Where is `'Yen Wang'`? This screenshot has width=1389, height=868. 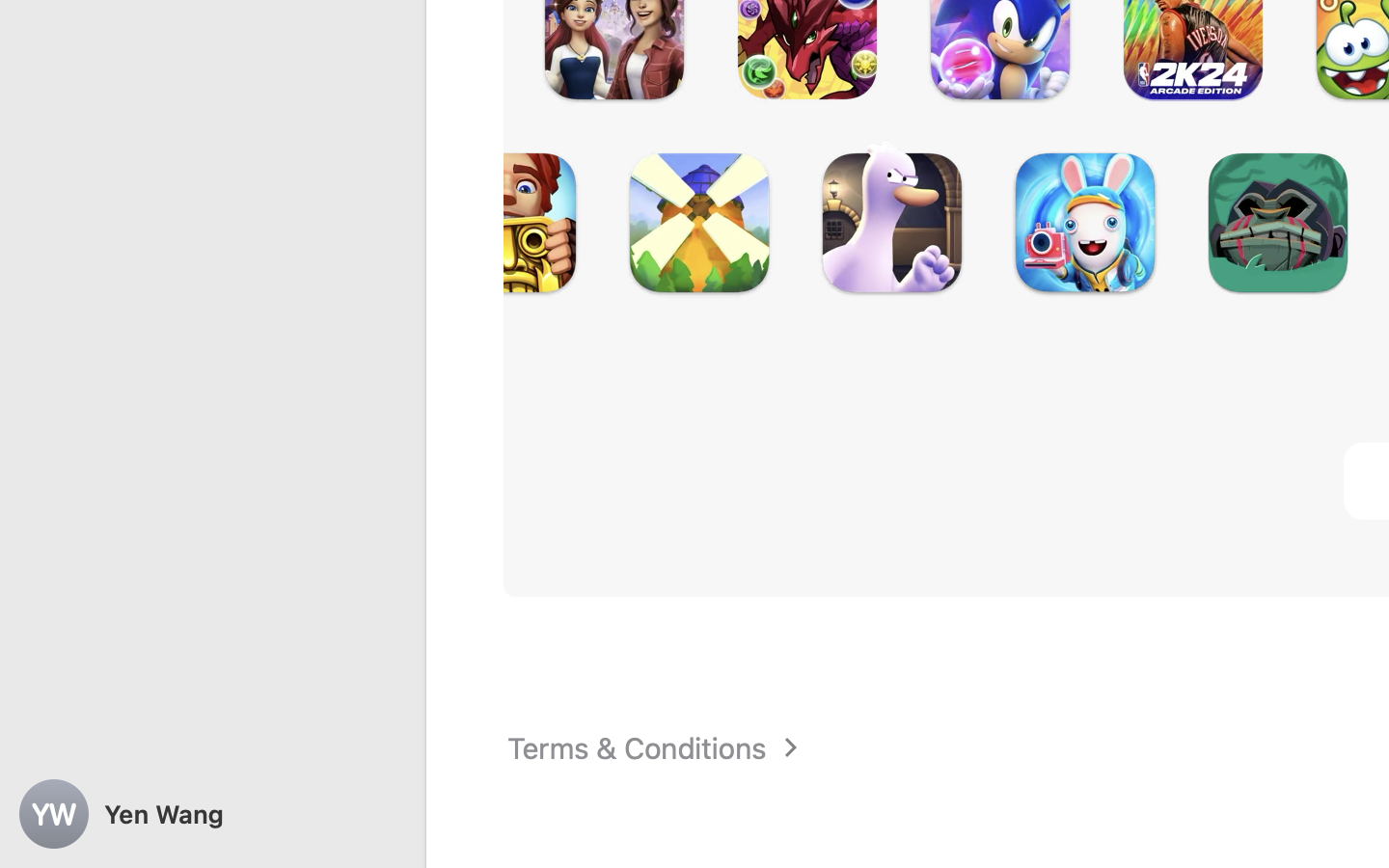 'Yen Wang' is located at coordinates (212, 814).